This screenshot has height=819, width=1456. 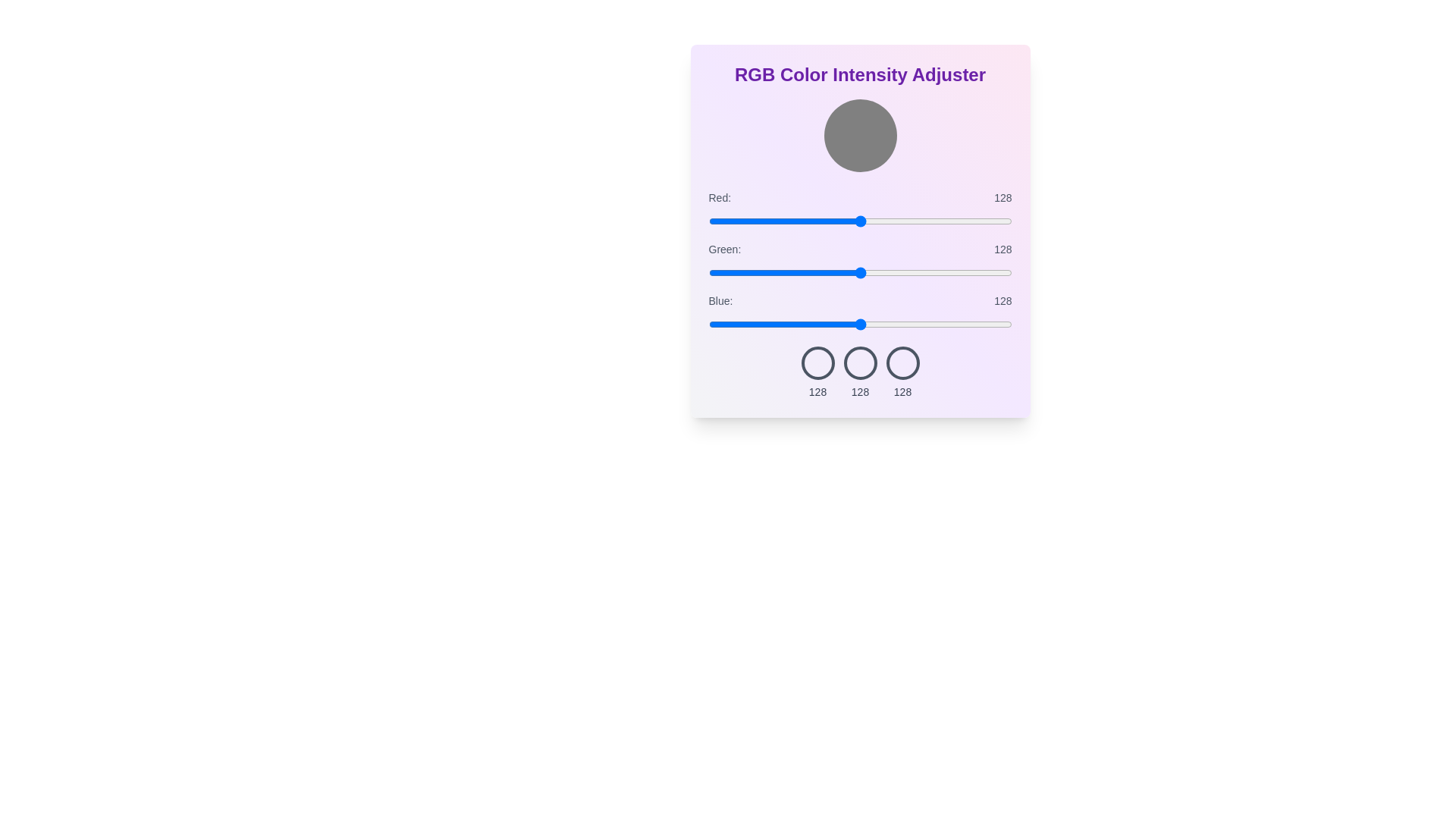 I want to click on the red slider to observe its interactive feedback, so click(x=860, y=221).